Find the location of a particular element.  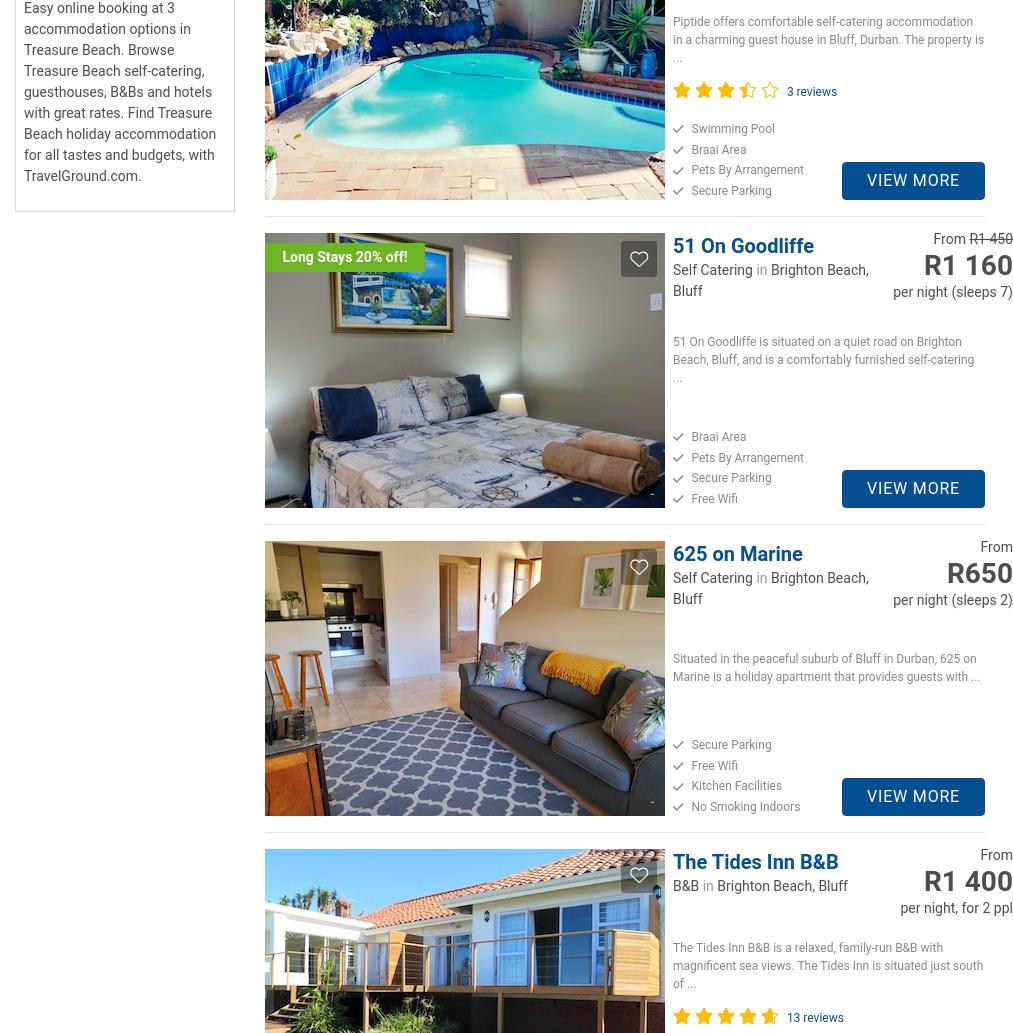

'per night, for 2 ppl' is located at coordinates (899, 907).